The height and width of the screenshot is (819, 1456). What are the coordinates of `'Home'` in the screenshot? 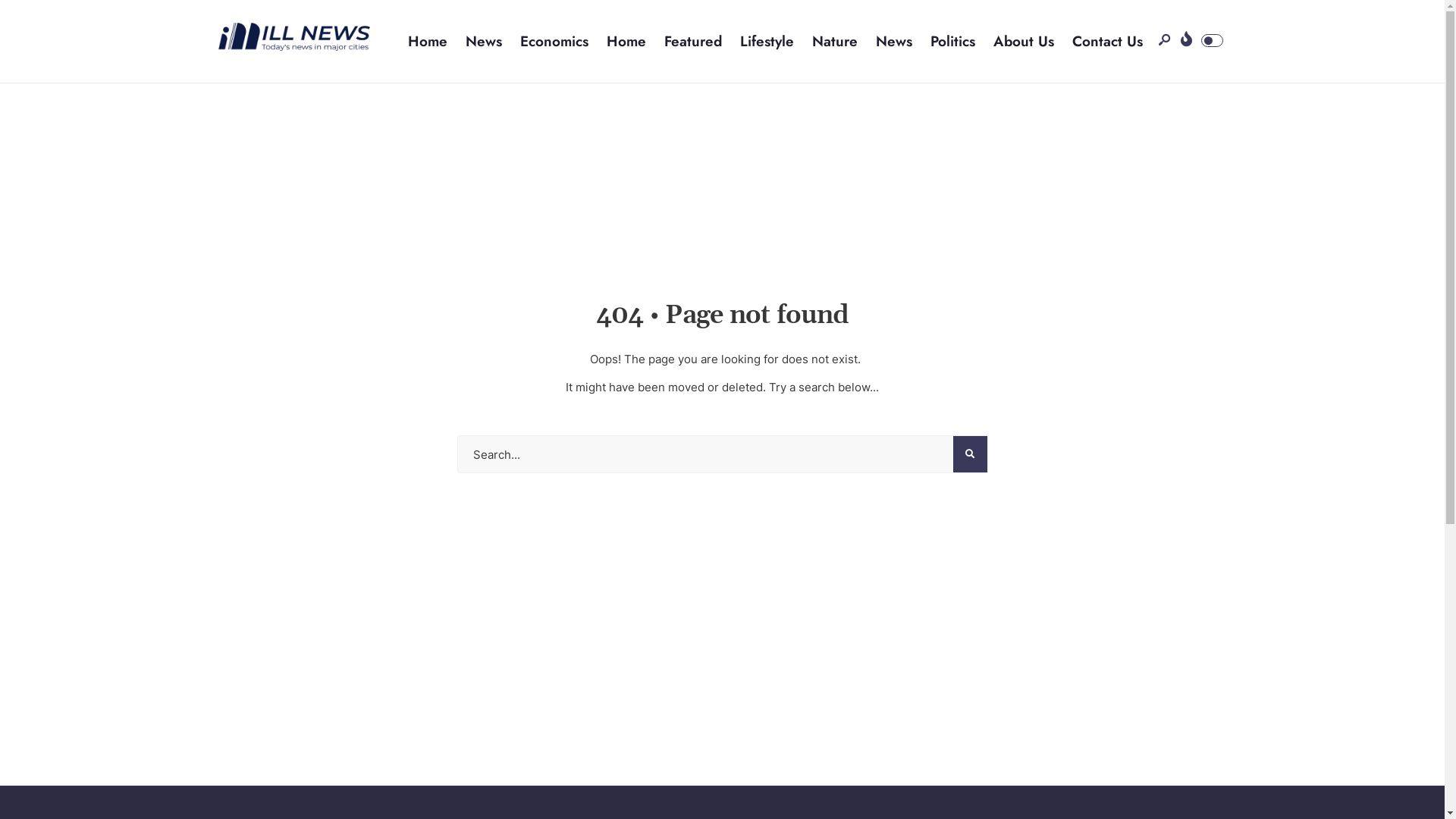 It's located at (626, 40).